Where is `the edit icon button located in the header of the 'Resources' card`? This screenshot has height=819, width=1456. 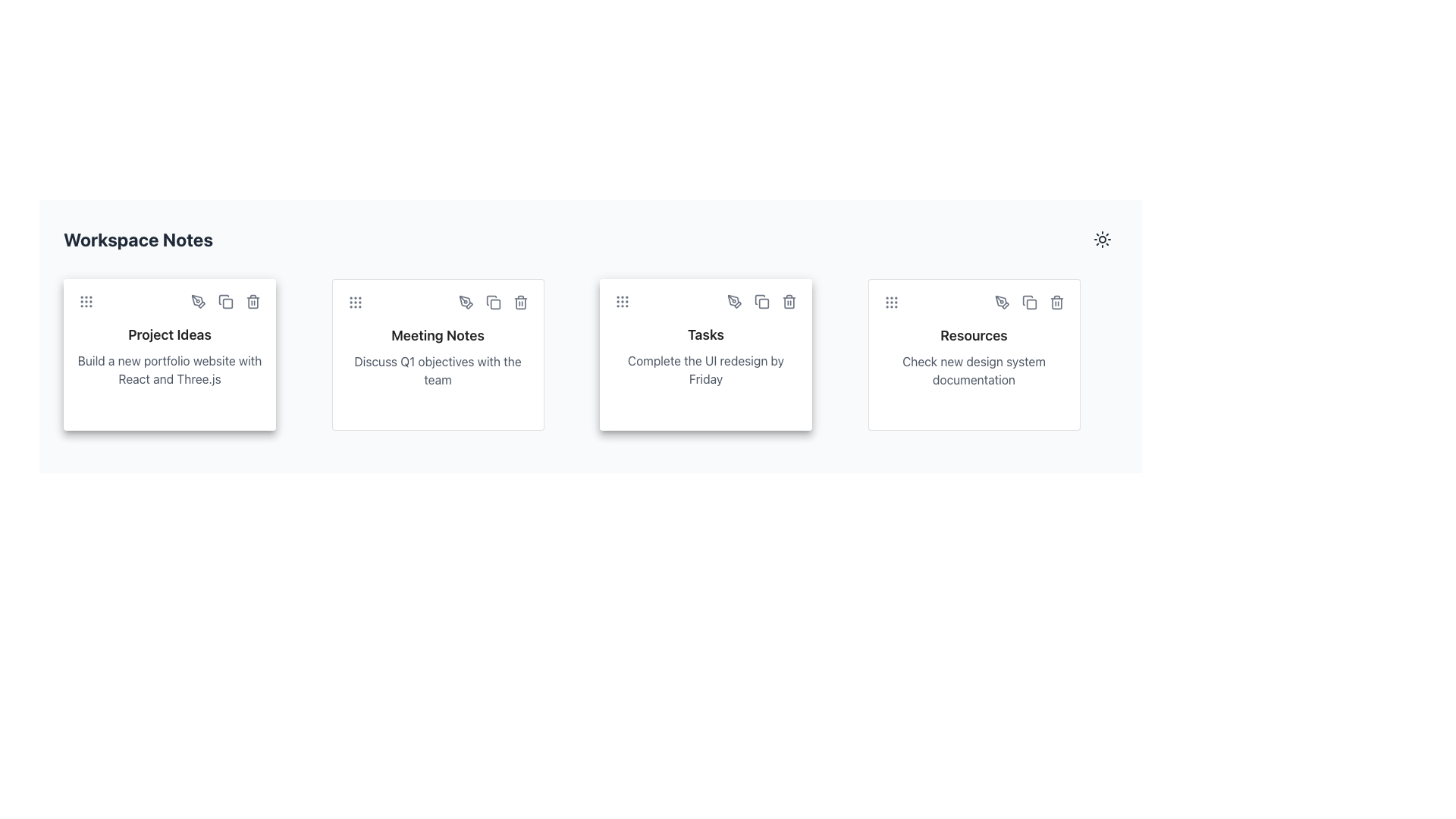 the edit icon button located in the header of the 'Resources' card is located at coordinates (1002, 302).